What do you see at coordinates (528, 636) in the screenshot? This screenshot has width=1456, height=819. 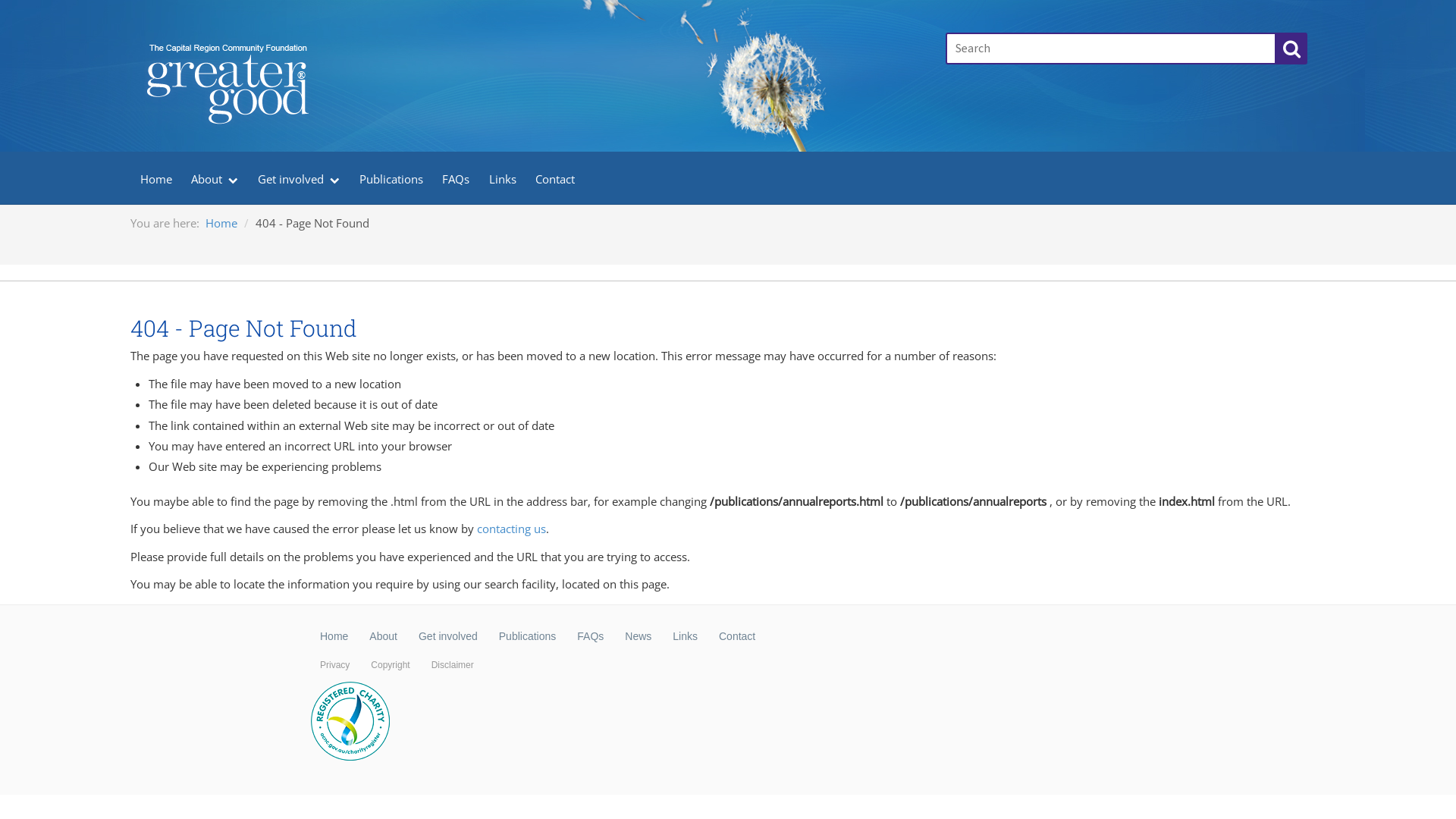 I see `'Publications'` at bounding box center [528, 636].